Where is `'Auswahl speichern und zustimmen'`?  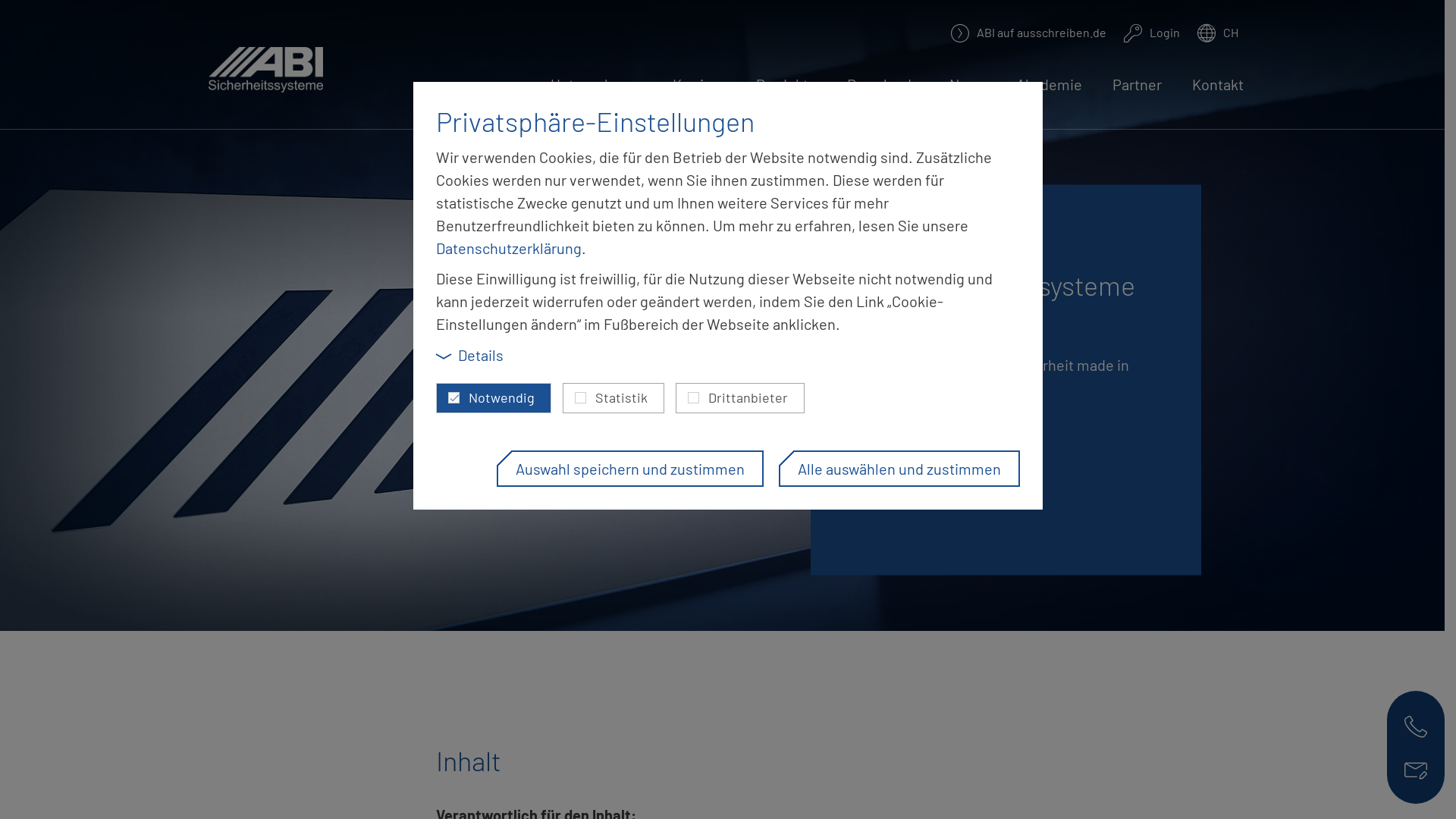
'Auswahl speichern und zustimmen' is located at coordinates (629, 467).